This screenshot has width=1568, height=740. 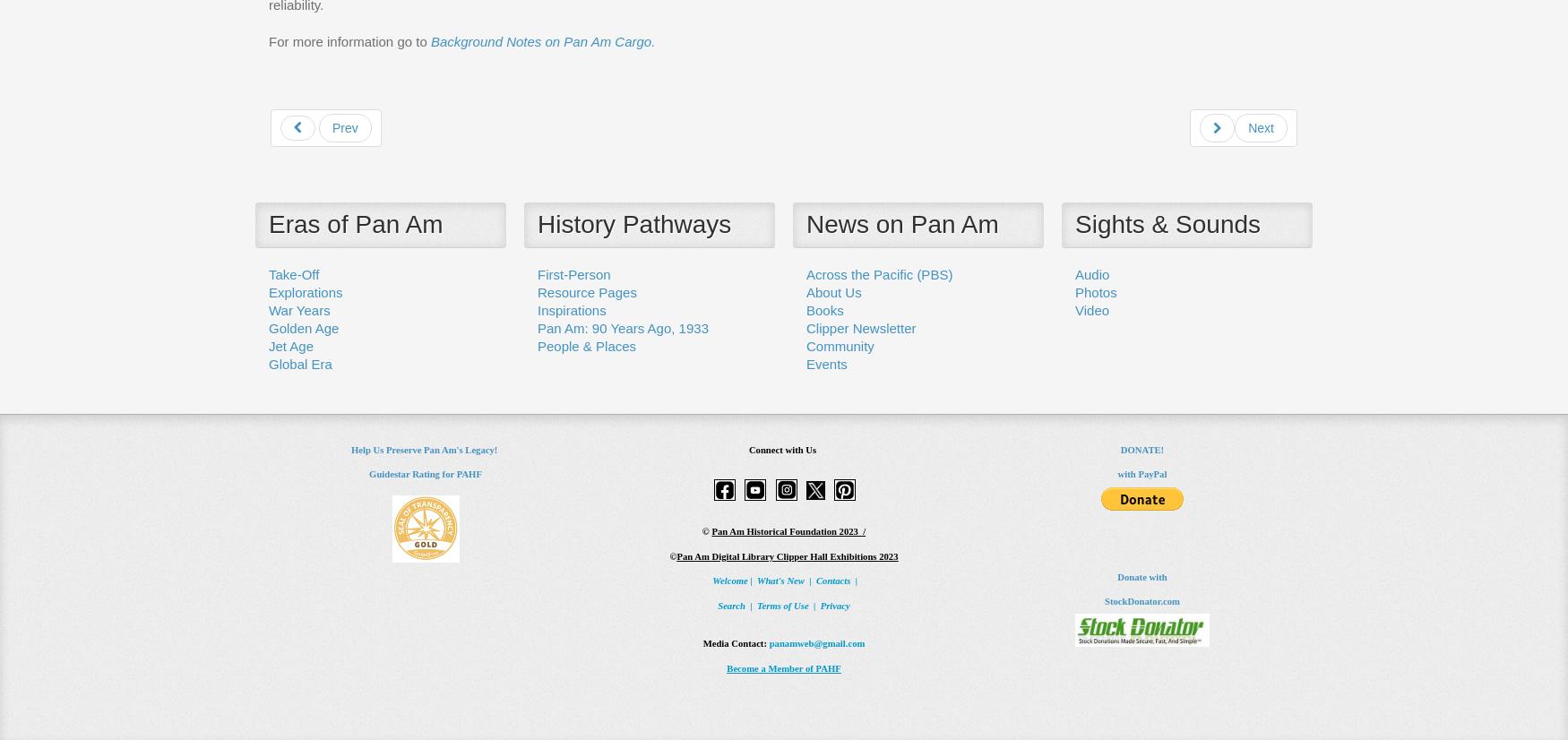 What do you see at coordinates (806, 308) in the screenshot?
I see `'Books'` at bounding box center [806, 308].